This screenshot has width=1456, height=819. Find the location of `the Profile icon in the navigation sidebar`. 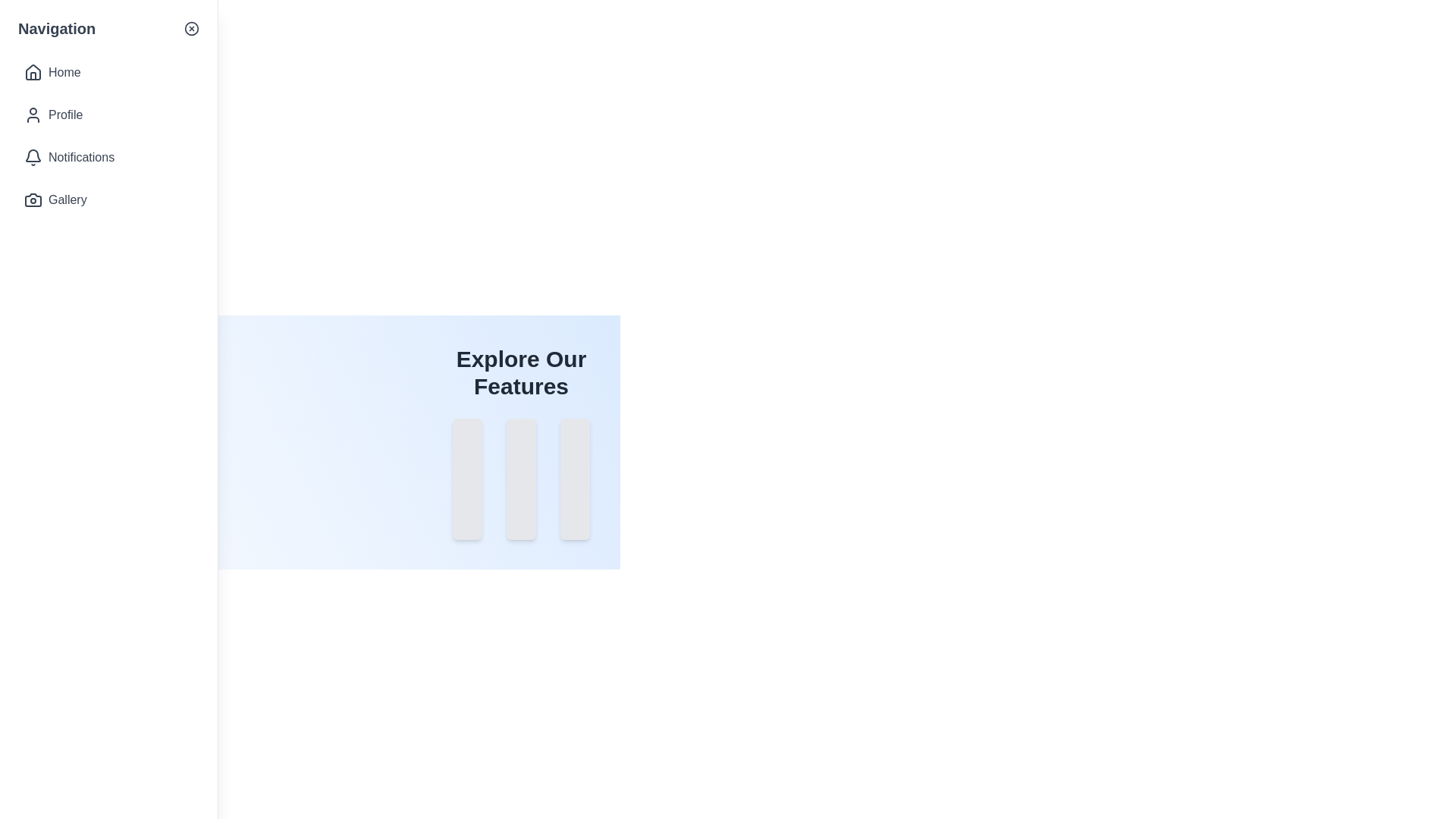

the Profile icon in the navigation sidebar is located at coordinates (33, 114).